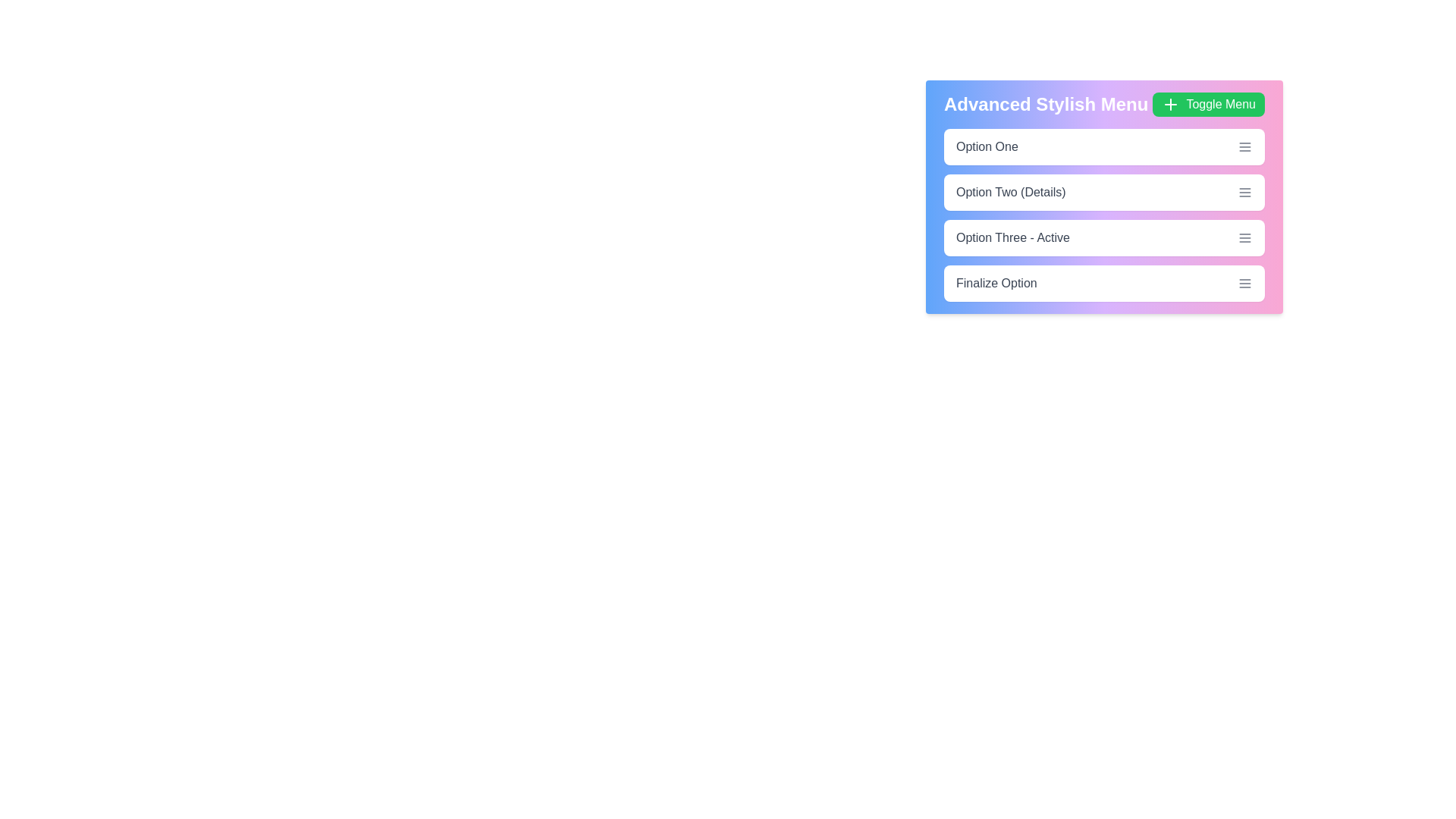  Describe the element at coordinates (1244, 237) in the screenshot. I see `the menu icon next to Option Three - Active` at that location.